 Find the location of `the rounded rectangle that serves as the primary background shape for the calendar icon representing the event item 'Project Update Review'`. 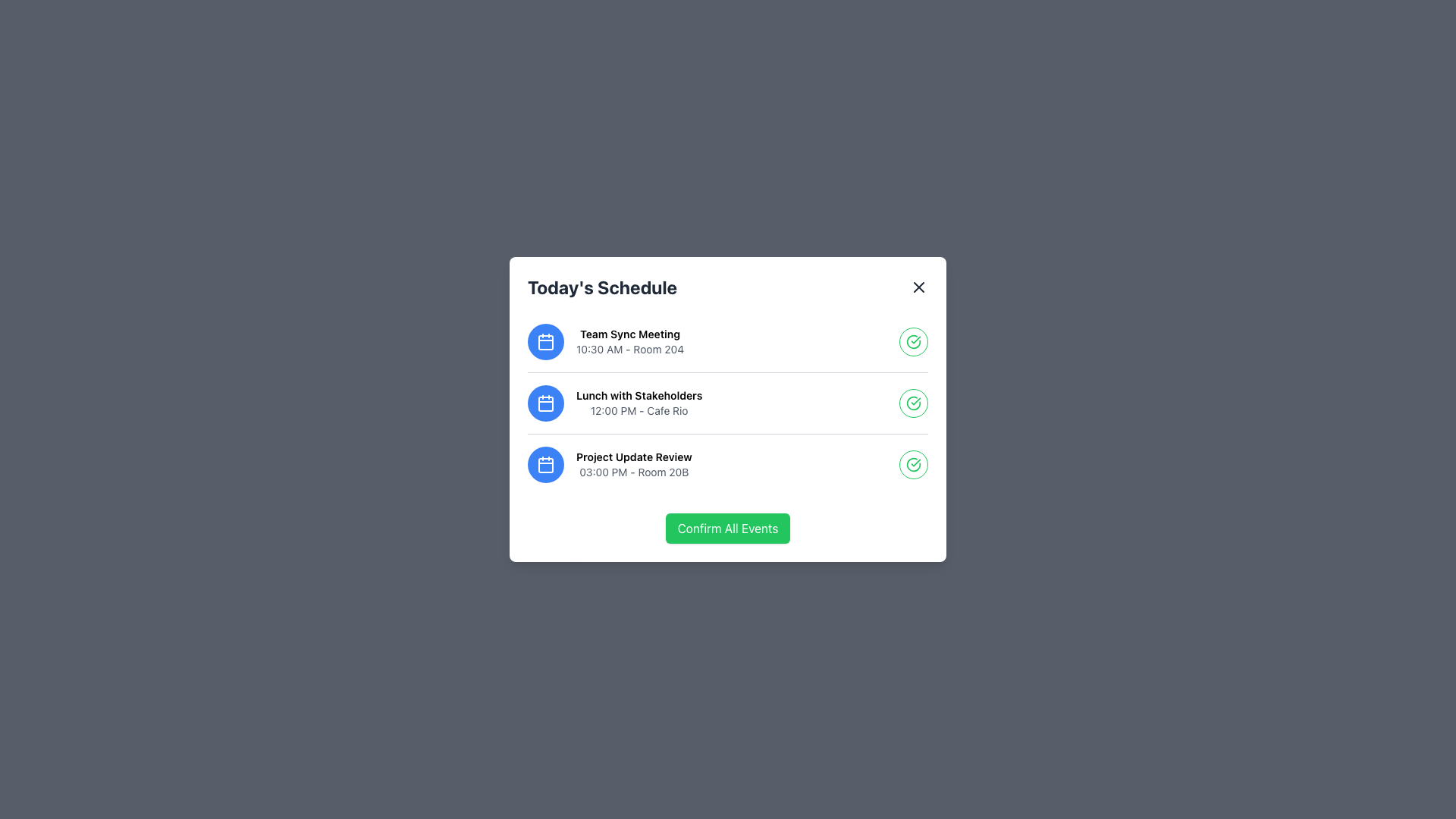

the rounded rectangle that serves as the primary background shape for the calendar icon representing the event item 'Project Update Review' is located at coordinates (546, 464).